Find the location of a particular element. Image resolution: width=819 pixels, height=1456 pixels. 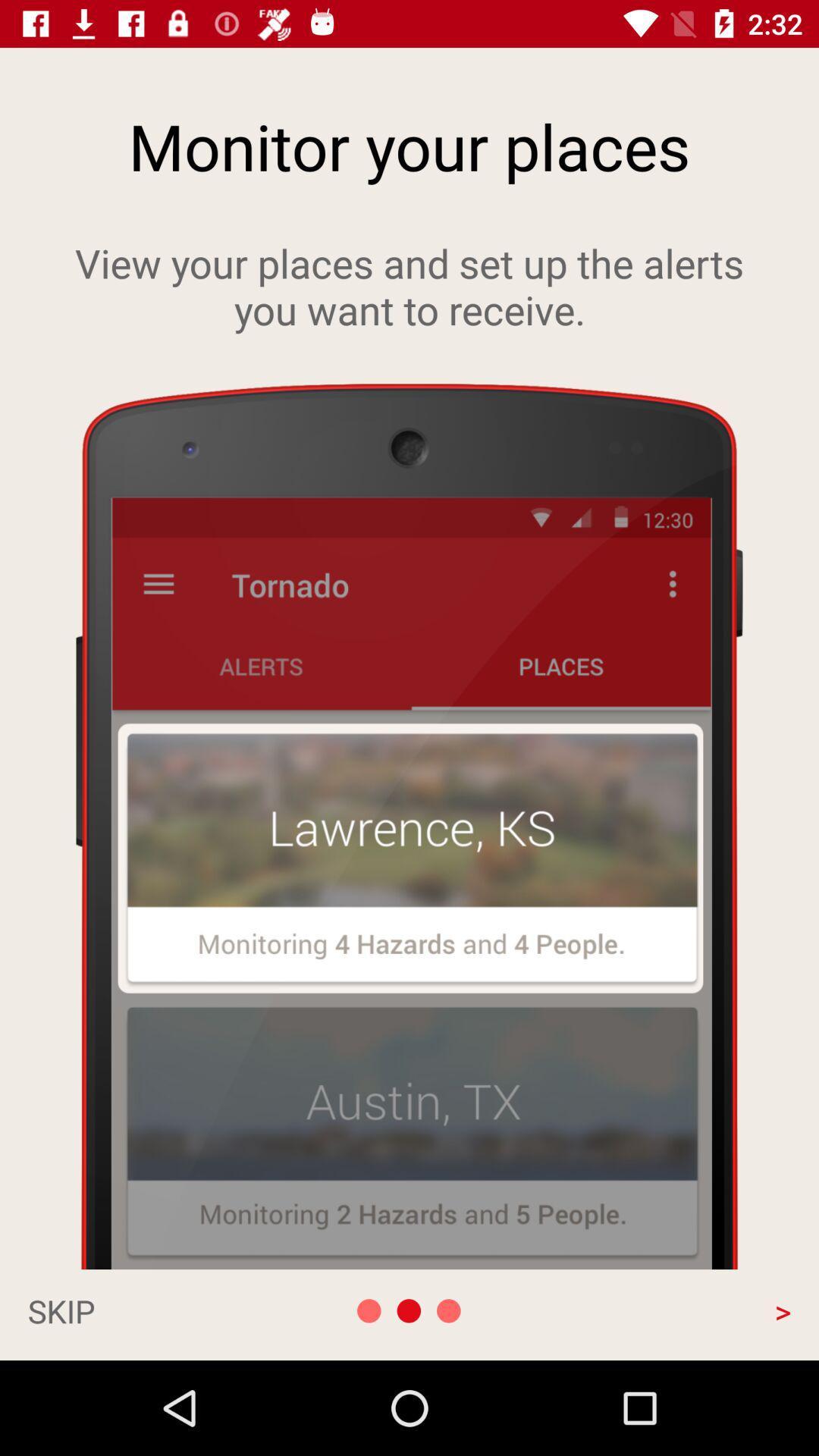

the > at the bottom right corner is located at coordinates (676, 1310).